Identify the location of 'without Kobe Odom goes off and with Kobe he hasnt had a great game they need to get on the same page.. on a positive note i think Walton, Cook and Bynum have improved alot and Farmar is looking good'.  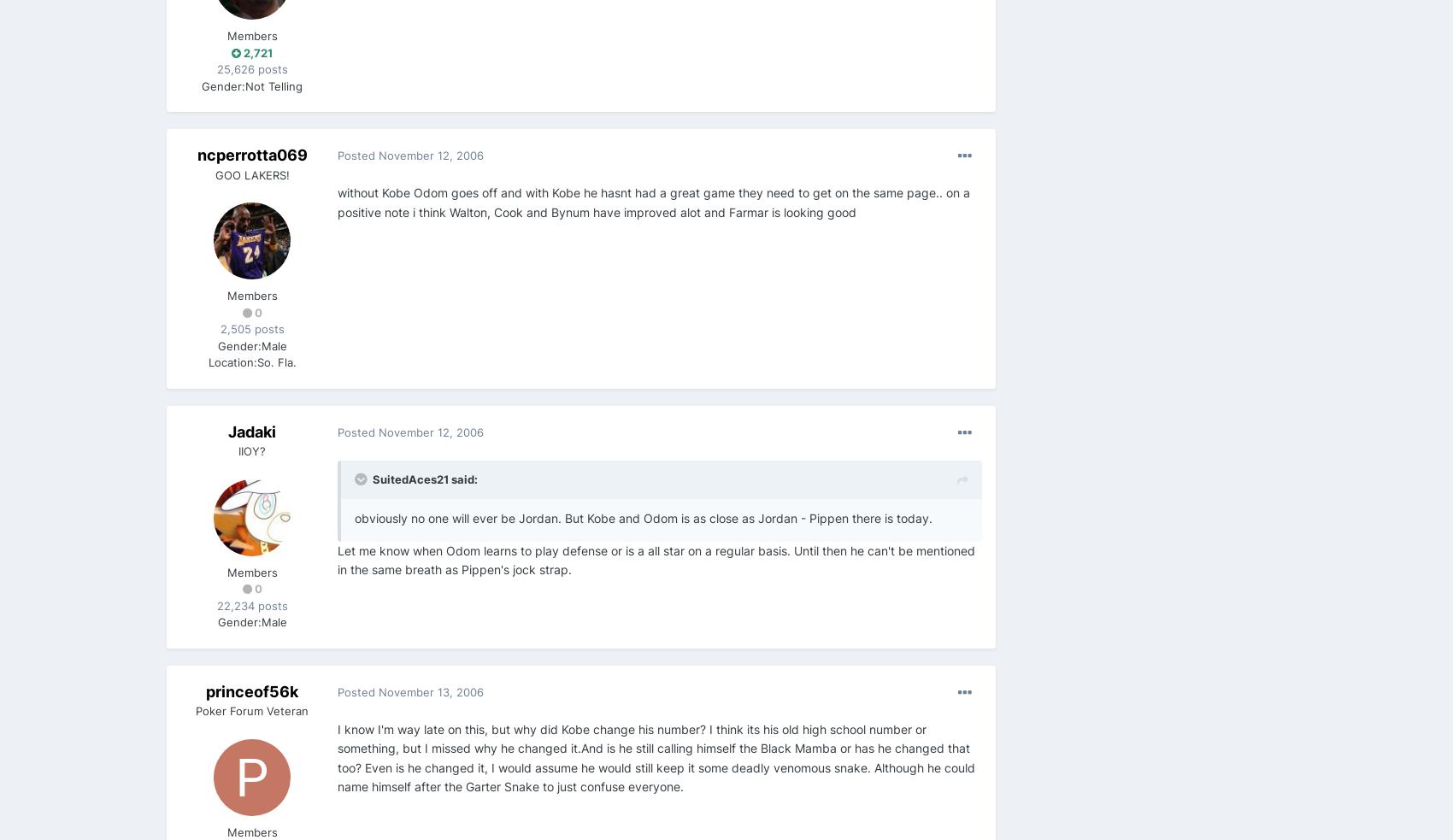
(653, 202).